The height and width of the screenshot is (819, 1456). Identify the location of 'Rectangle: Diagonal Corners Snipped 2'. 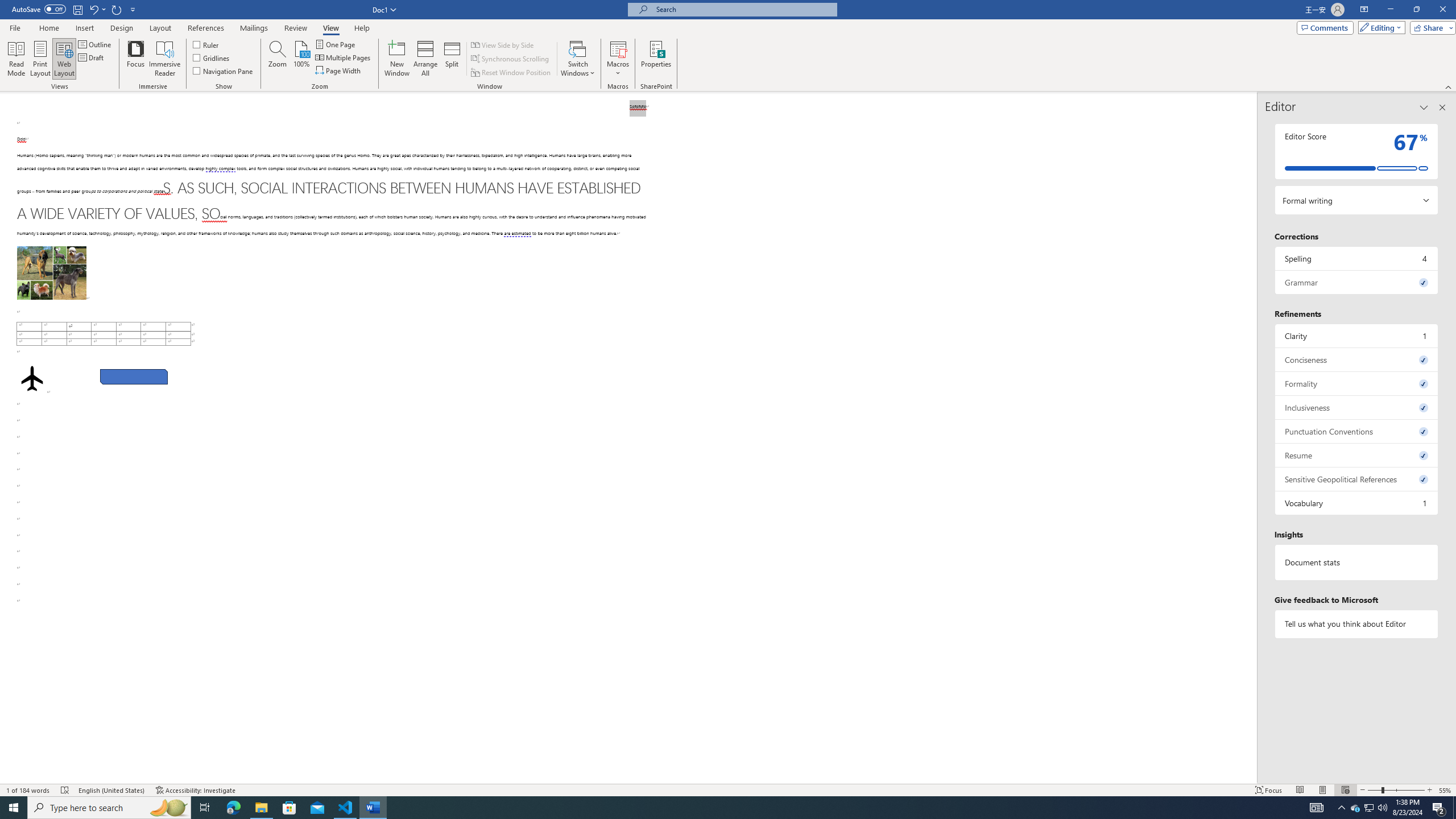
(134, 377).